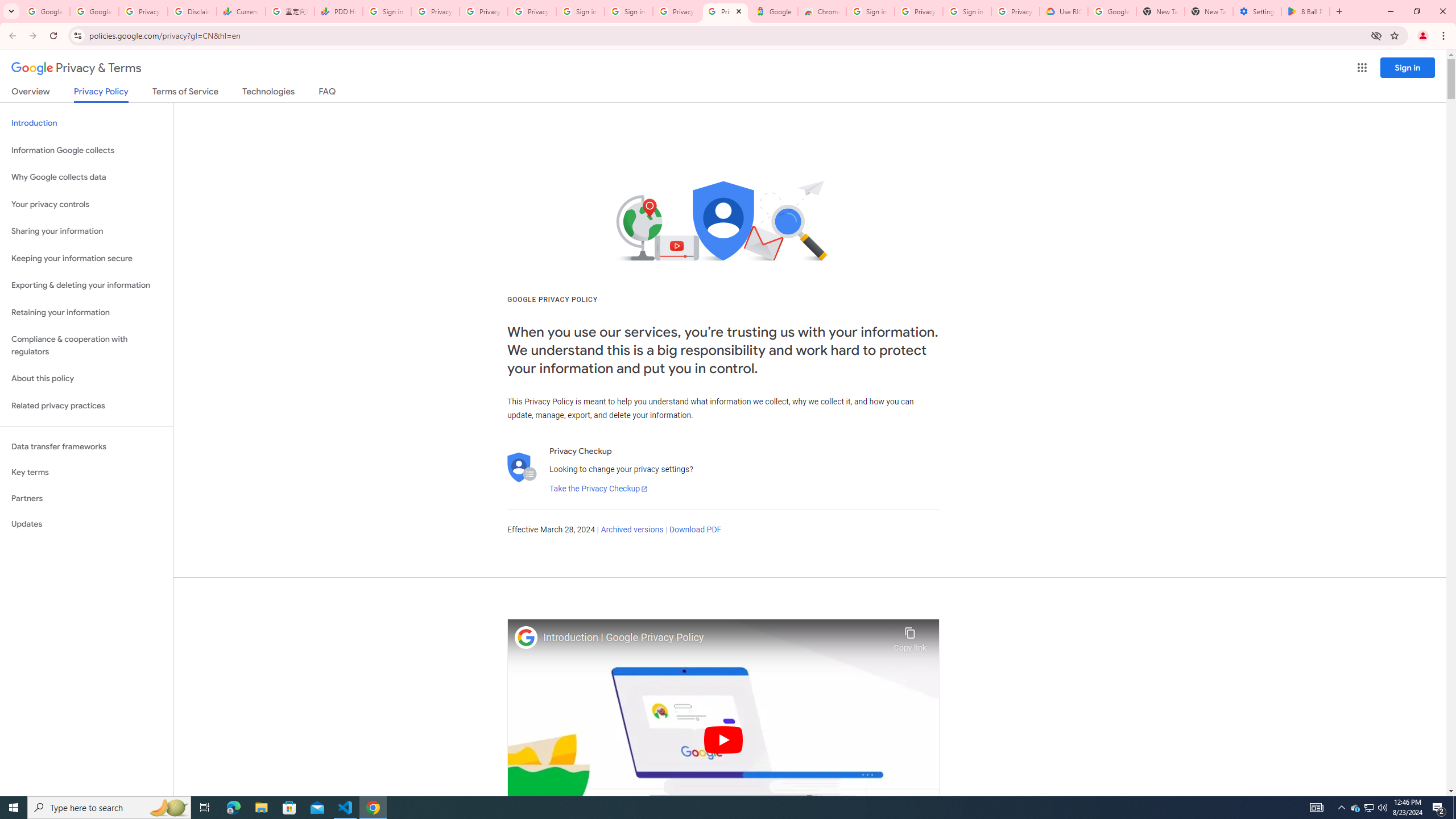 This screenshot has width=1456, height=819. I want to click on '8 Ball Pool - Apps on Google Play', so click(1305, 11).